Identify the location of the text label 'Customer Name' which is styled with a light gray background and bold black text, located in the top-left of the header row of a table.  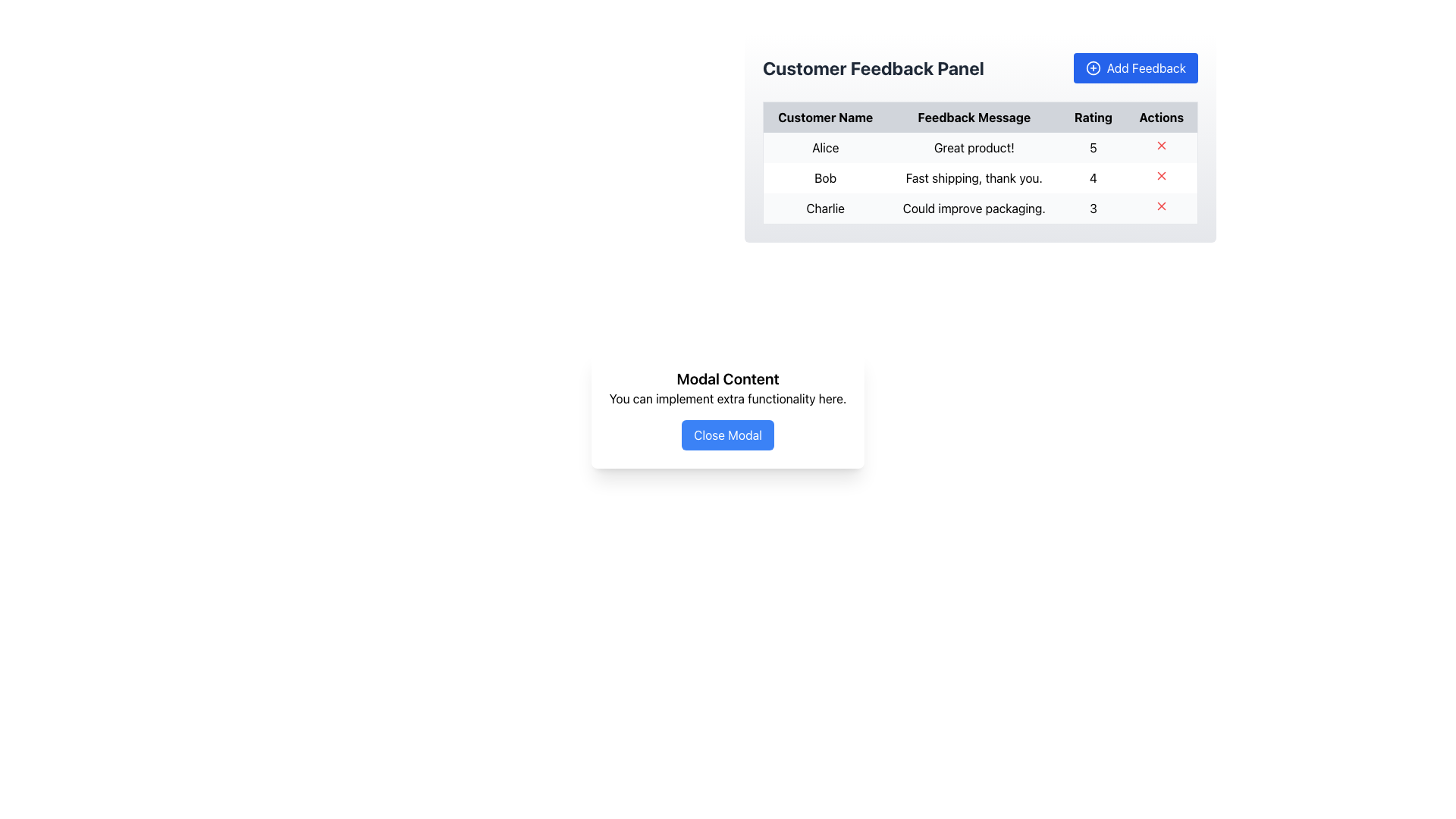
(824, 116).